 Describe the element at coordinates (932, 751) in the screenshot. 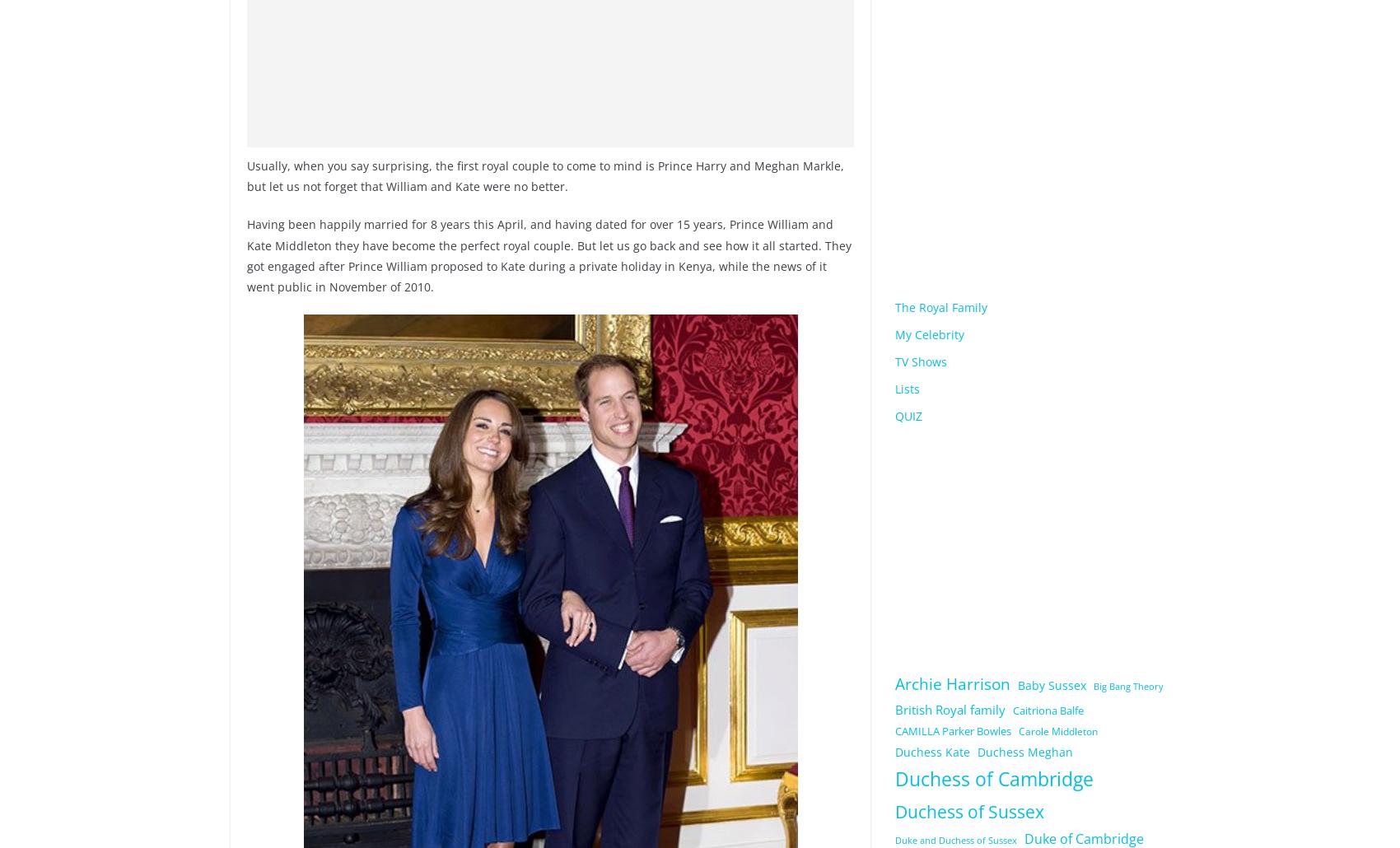

I see `'Duchess Kate'` at that location.